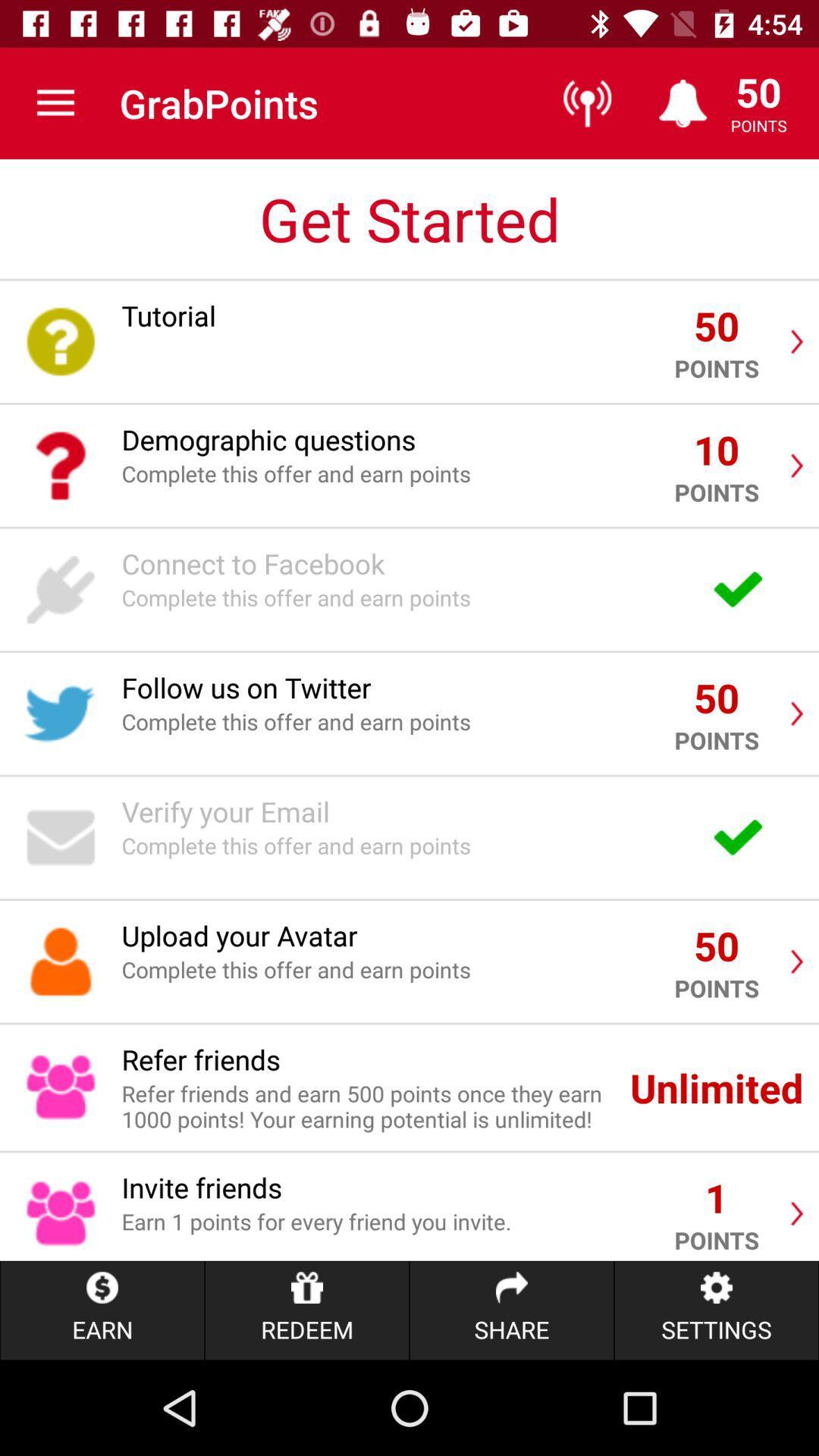 The width and height of the screenshot is (819, 1456). What do you see at coordinates (512, 1310) in the screenshot?
I see `icon next to redeem icon` at bounding box center [512, 1310].